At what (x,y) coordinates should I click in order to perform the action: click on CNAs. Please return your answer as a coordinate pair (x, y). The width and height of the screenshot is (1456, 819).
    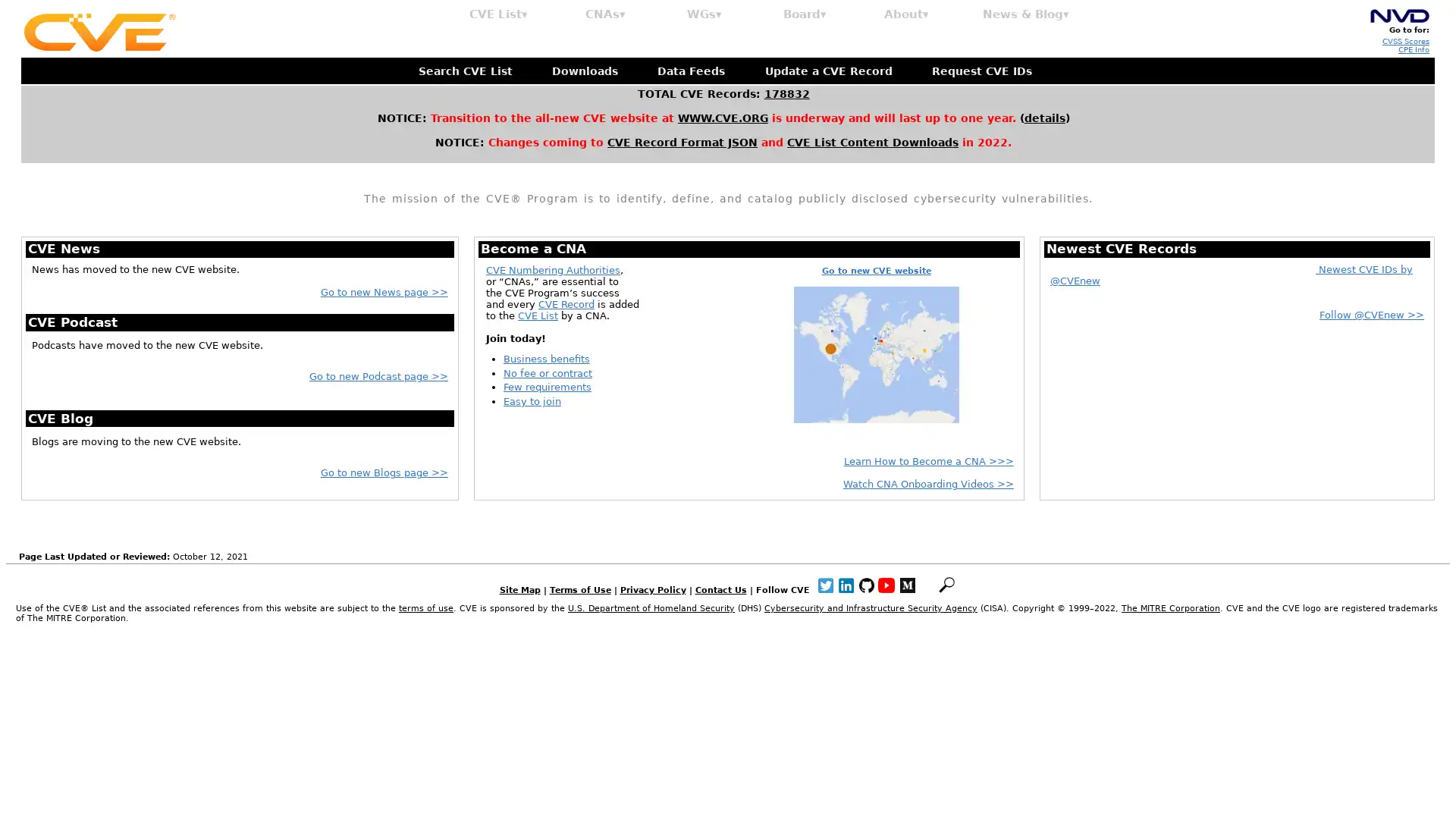
    Looking at the image, I should click on (604, 14).